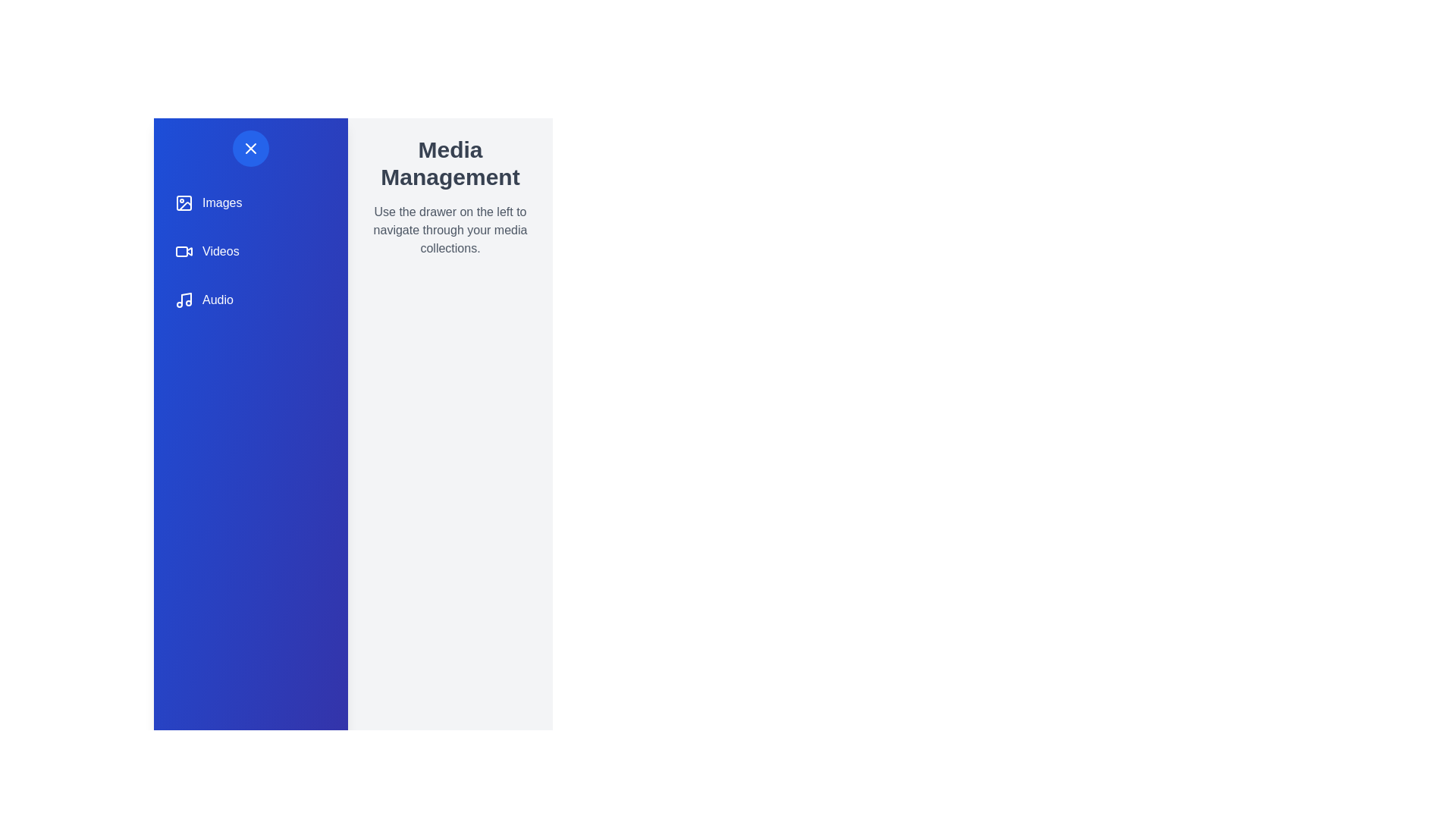 This screenshot has width=1456, height=819. What do you see at coordinates (184, 202) in the screenshot?
I see `the small rounded rectangle decorative SVG graphic component located near the top left corner of the image icon in the sidebar of the application interface` at bounding box center [184, 202].